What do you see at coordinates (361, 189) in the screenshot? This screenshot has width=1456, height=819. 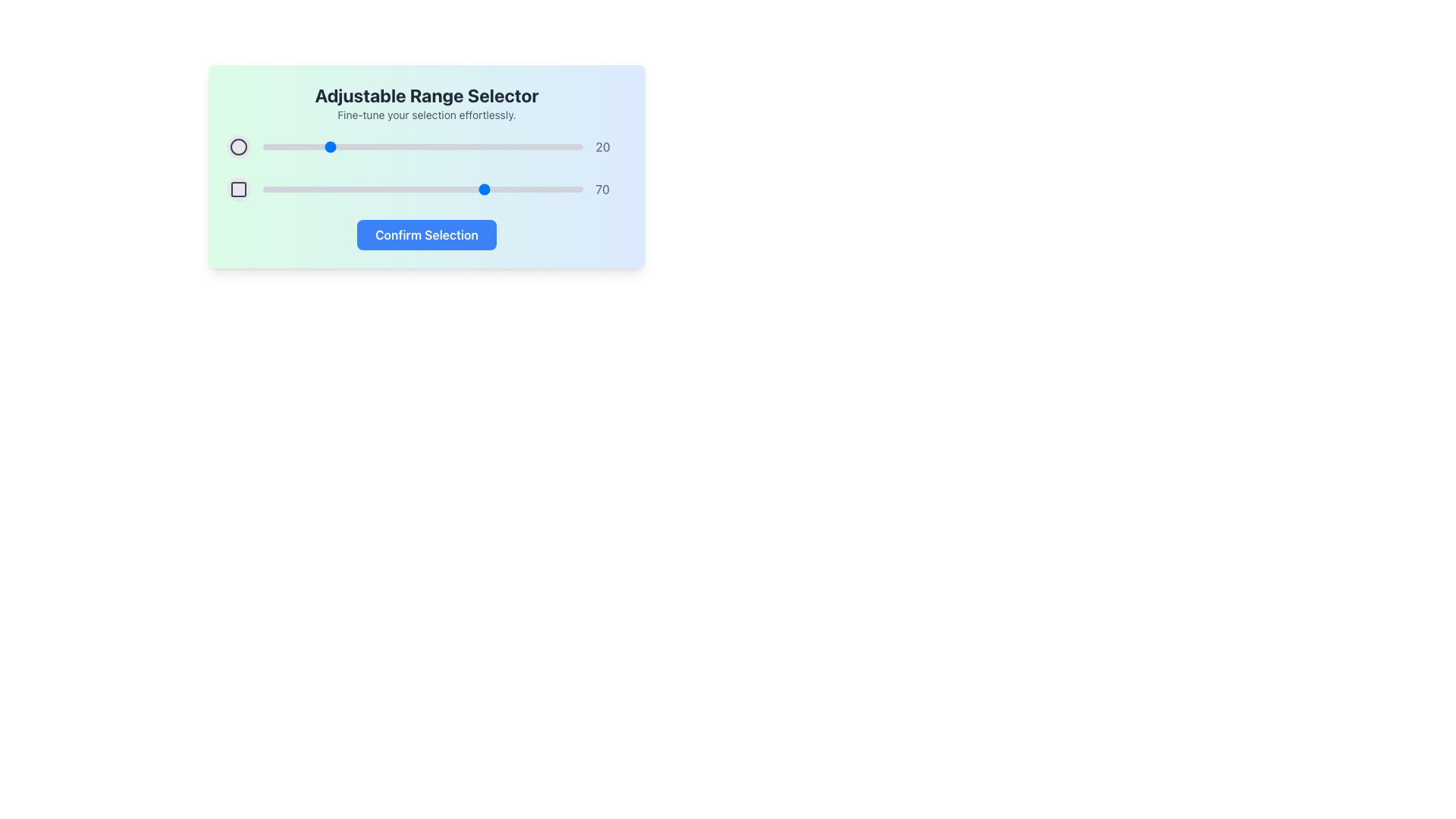 I see `the slider value` at bounding box center [361, 189].